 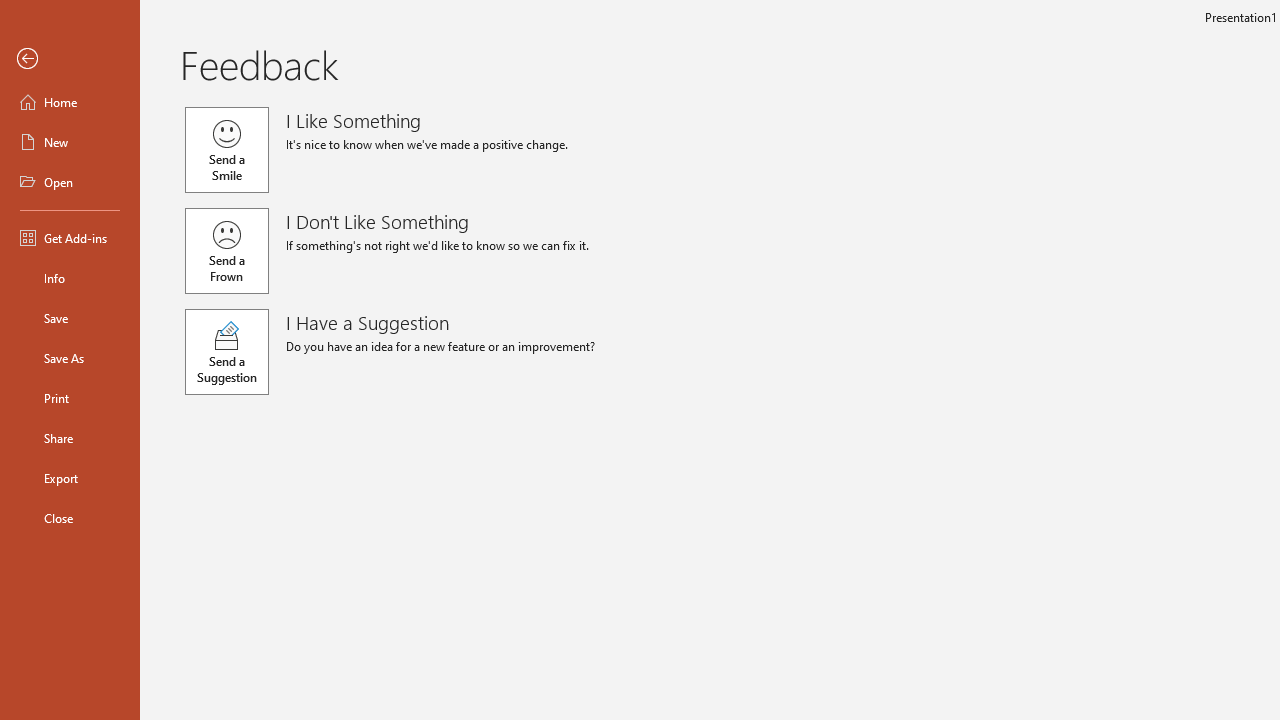 What do you see at coordinates (69, 398) in the screenshot?
I see `'Print'` at bounding box center [69, 398].